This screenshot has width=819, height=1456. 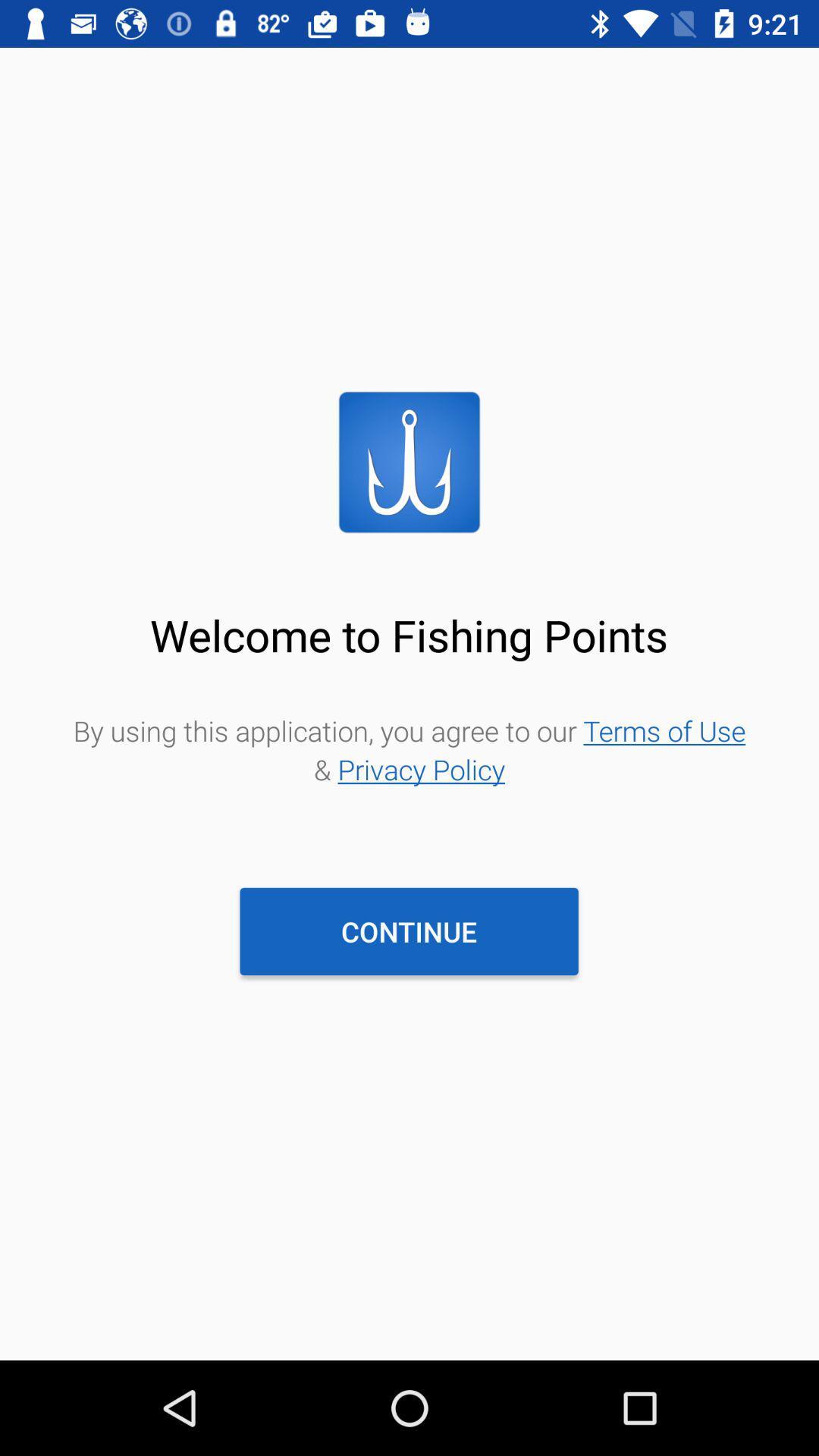 What do you see at coordinates (408, 930) in the screenshot?
I see `continue` at bounding box center [408, 930].